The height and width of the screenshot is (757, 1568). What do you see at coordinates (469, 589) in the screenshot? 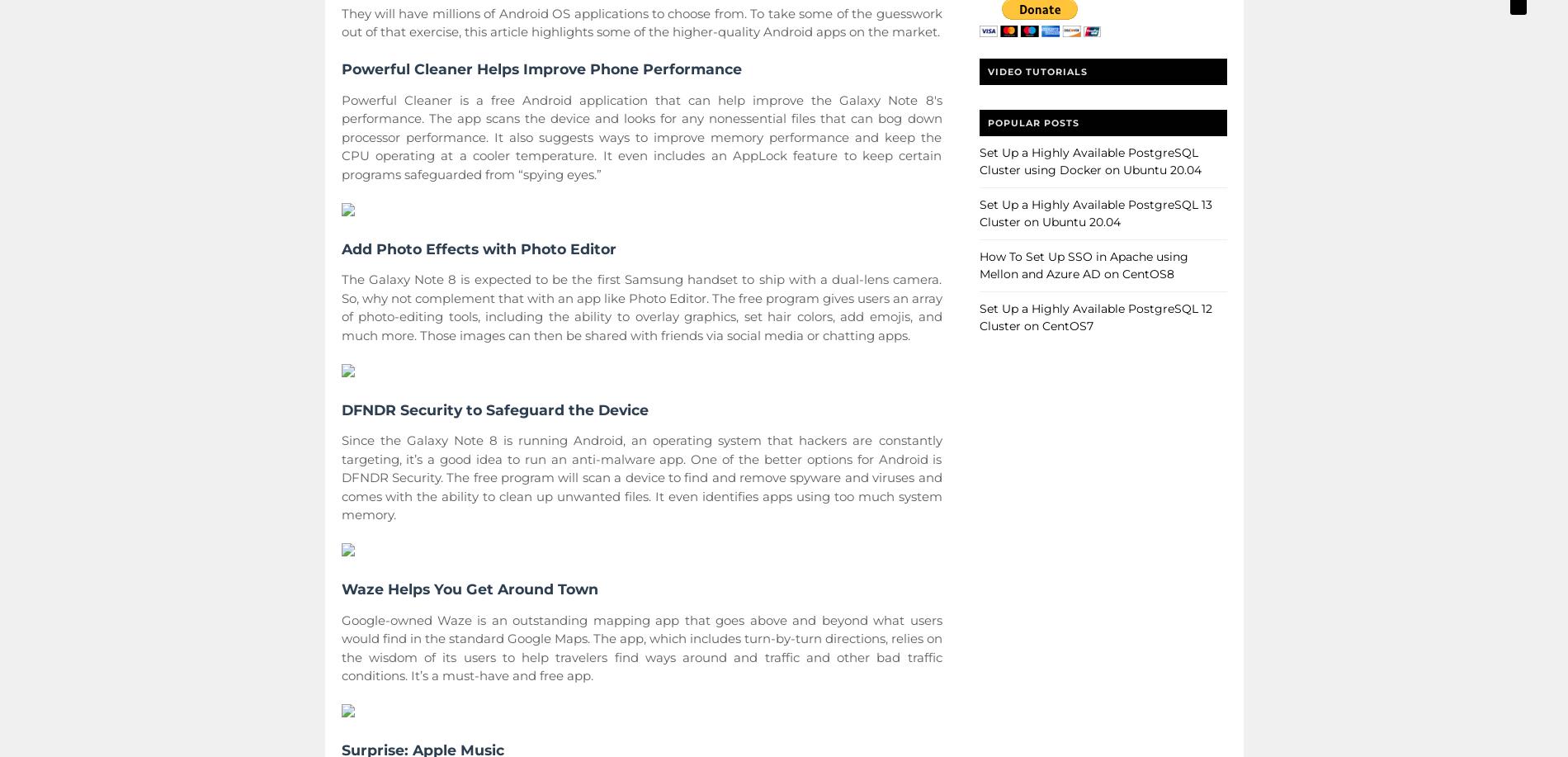
I see `'Waze Helps You Get Around Town'` at bounding box center [469, 589].